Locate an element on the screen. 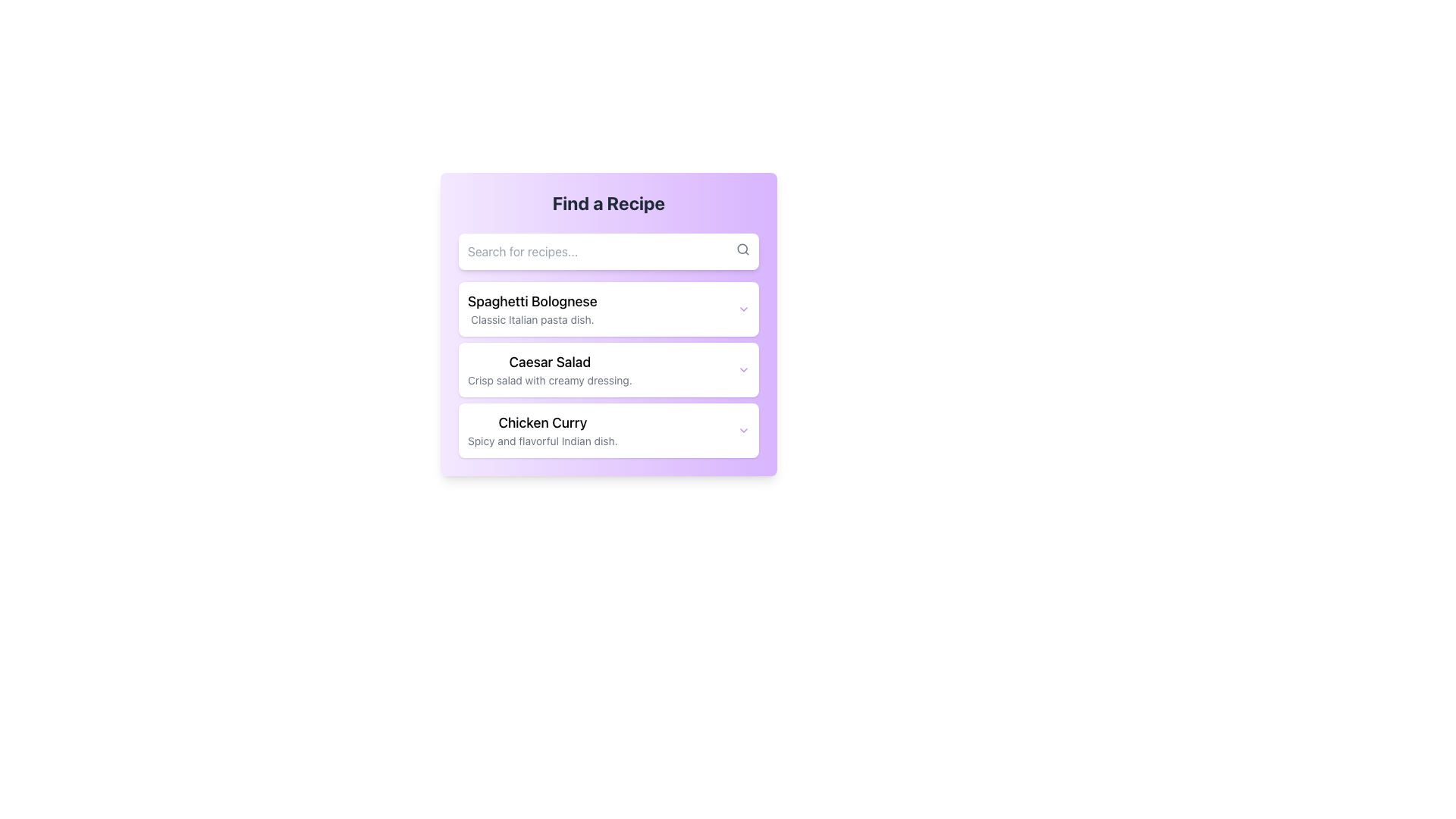 This screenshot has width=1456, height=819. the text label displaying 'Crisp salad with creamy dressing.' positioned beneath 'Caesar Salad' in the card layout is located at coordinates (549, 379).